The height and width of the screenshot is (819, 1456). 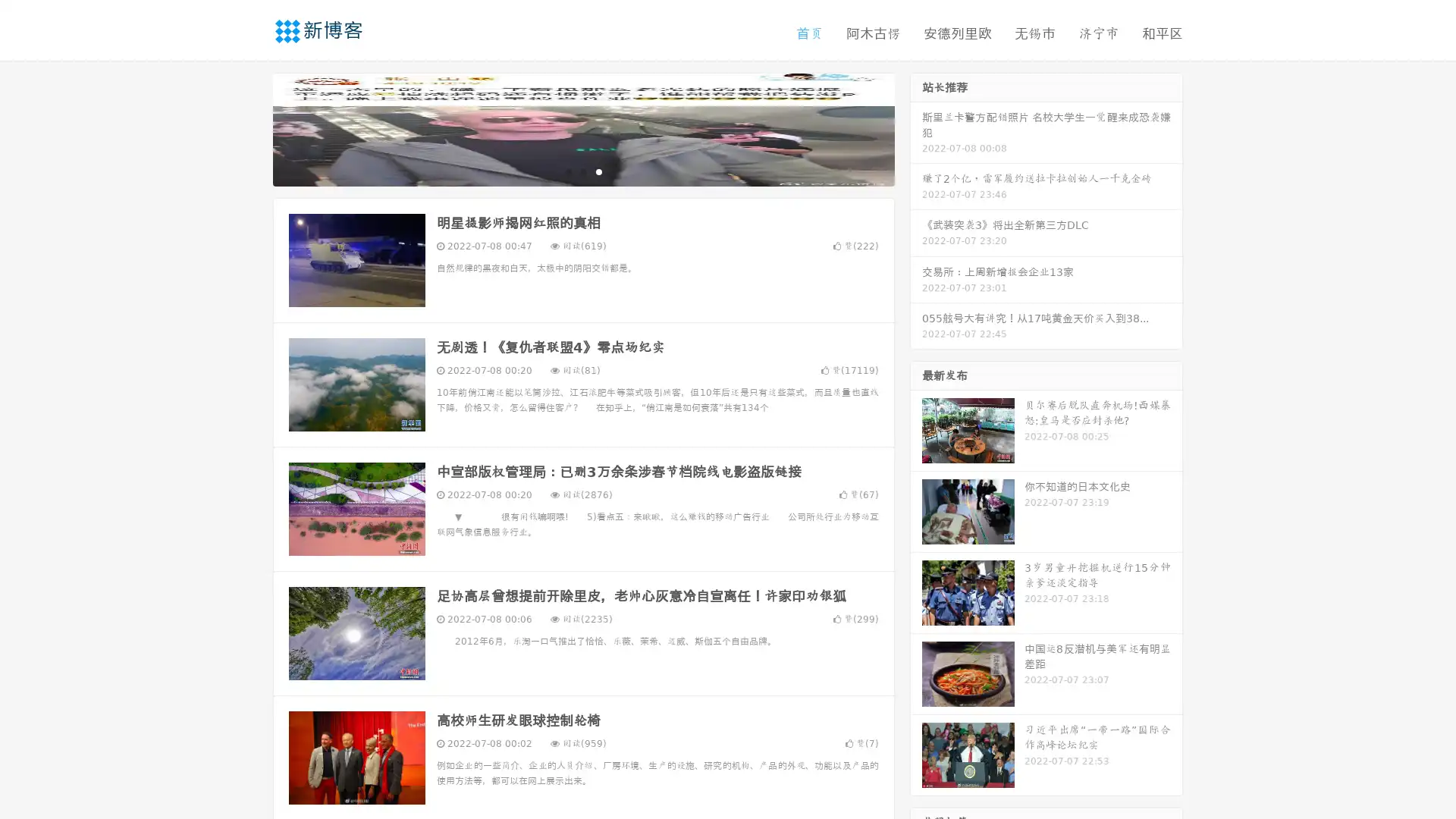 What do you see at coordinates (582, 171) in the screenshot?
I see `Go to slide 2` at bounding box center [582, 171].